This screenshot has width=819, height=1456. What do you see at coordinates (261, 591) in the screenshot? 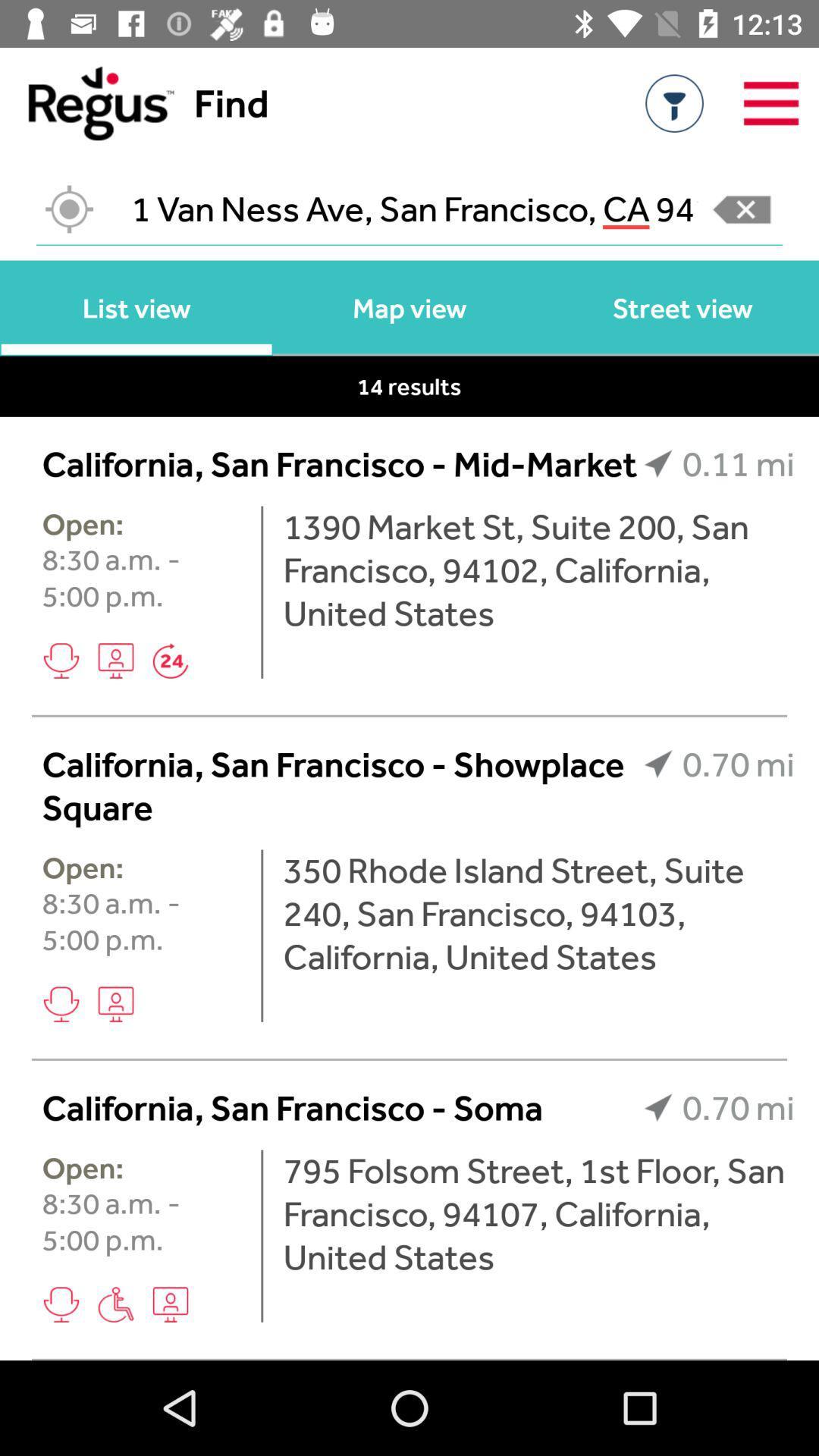
I see `the item next to 1390 market st icon` at bounding box center [261, 591].